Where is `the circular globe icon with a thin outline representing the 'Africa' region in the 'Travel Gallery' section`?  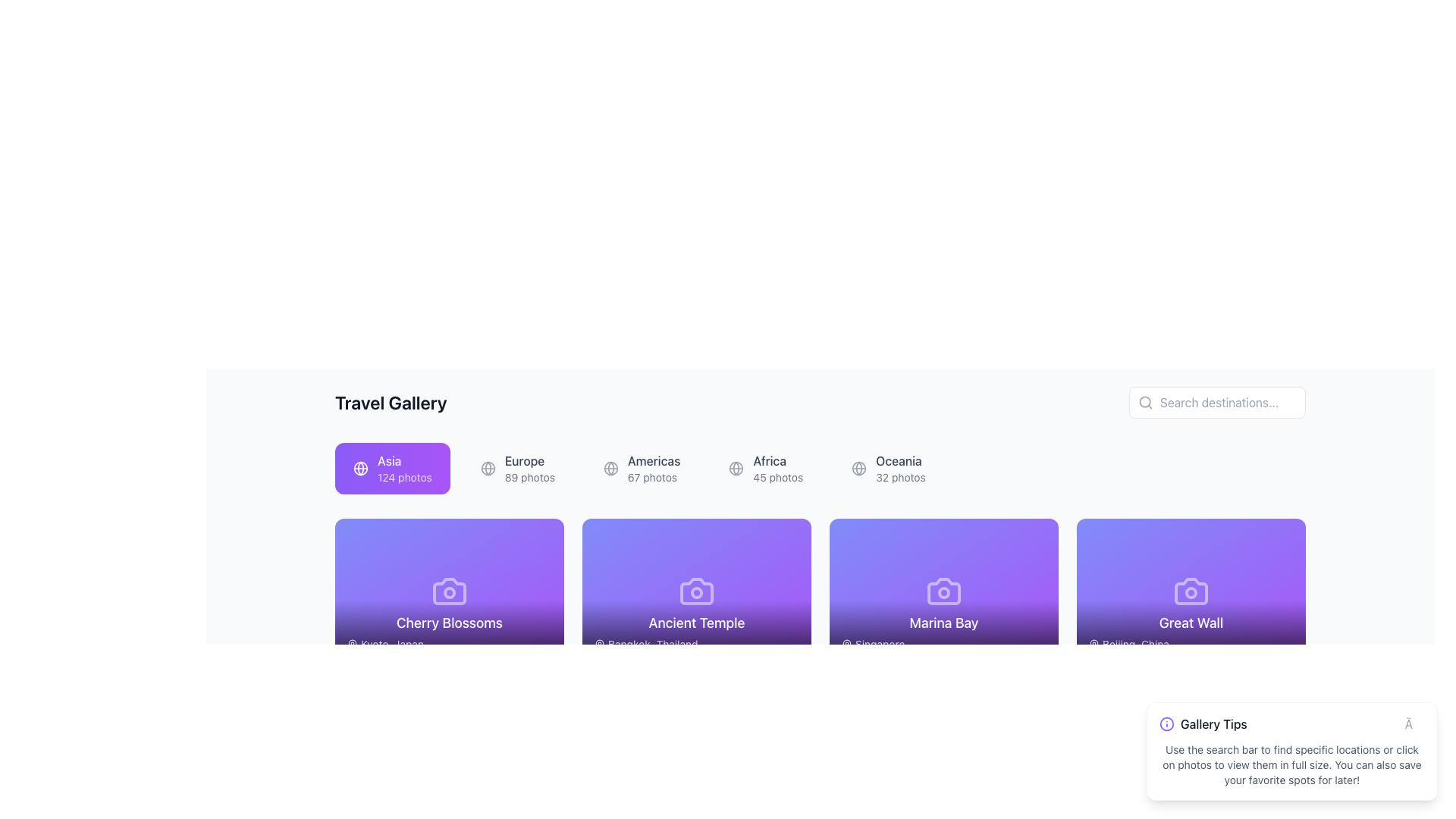 the circular globe icon with a thin outline representing the 'Africa' region in the 'Travel Gallery' section is located at coordinates (736, 467).